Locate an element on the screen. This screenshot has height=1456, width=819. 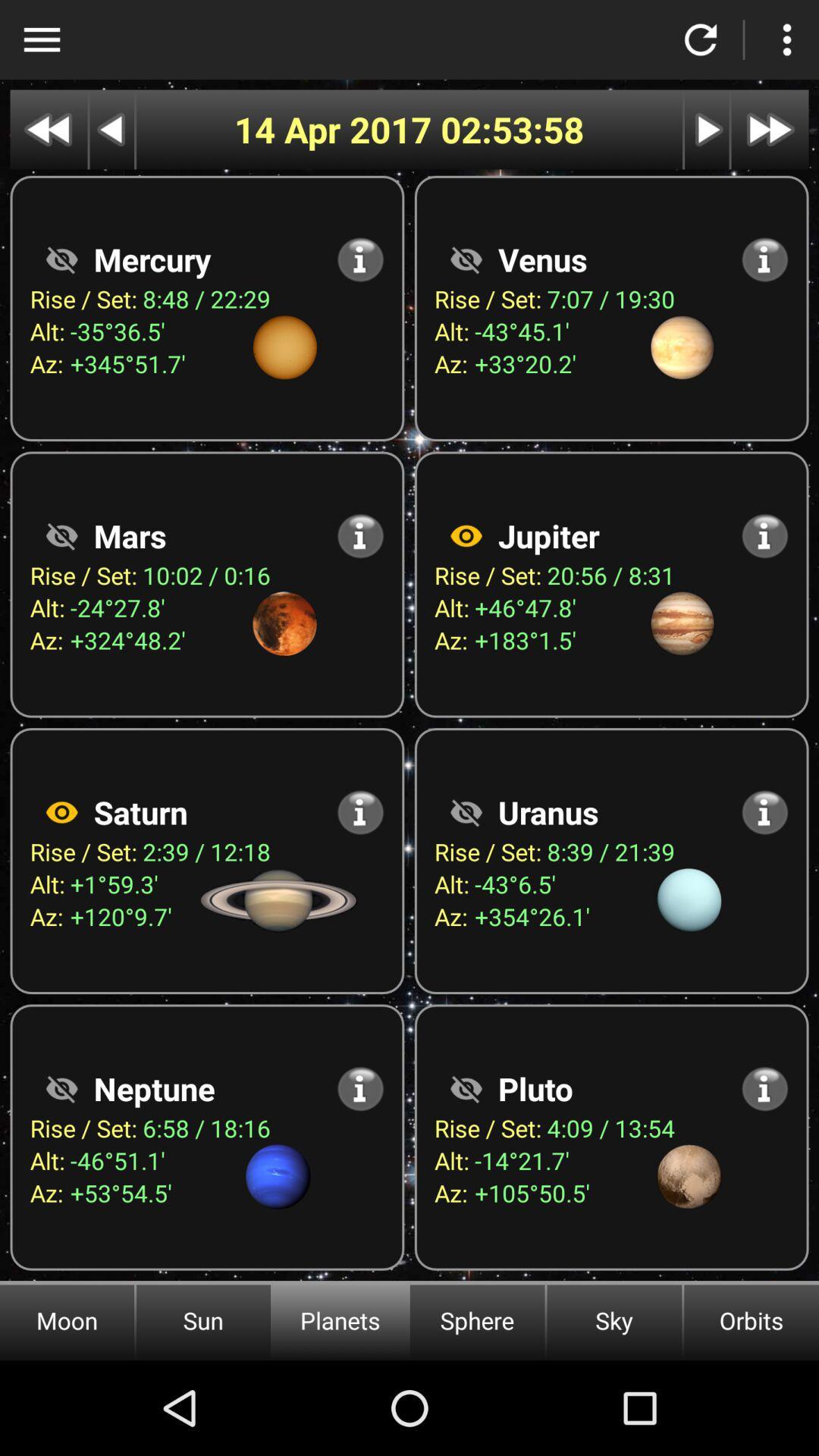
item to the left of 02:53:58 icon is located at coordinates (337, 130).